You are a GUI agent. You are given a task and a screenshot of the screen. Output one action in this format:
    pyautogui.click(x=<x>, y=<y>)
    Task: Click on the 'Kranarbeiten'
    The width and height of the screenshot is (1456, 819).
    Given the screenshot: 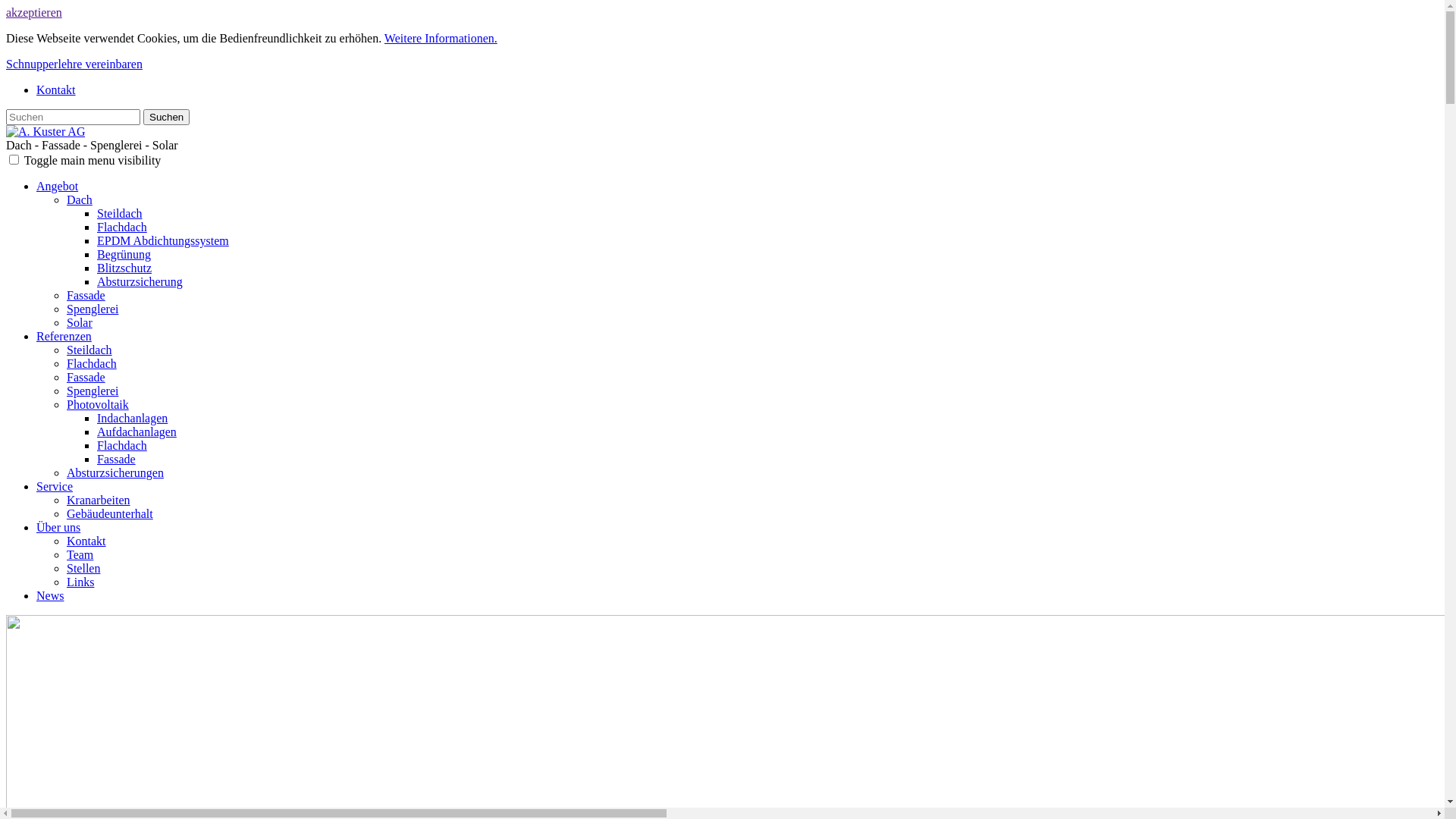 What is the action you would take?
    pyautogui.click(x=97, y=500)
    